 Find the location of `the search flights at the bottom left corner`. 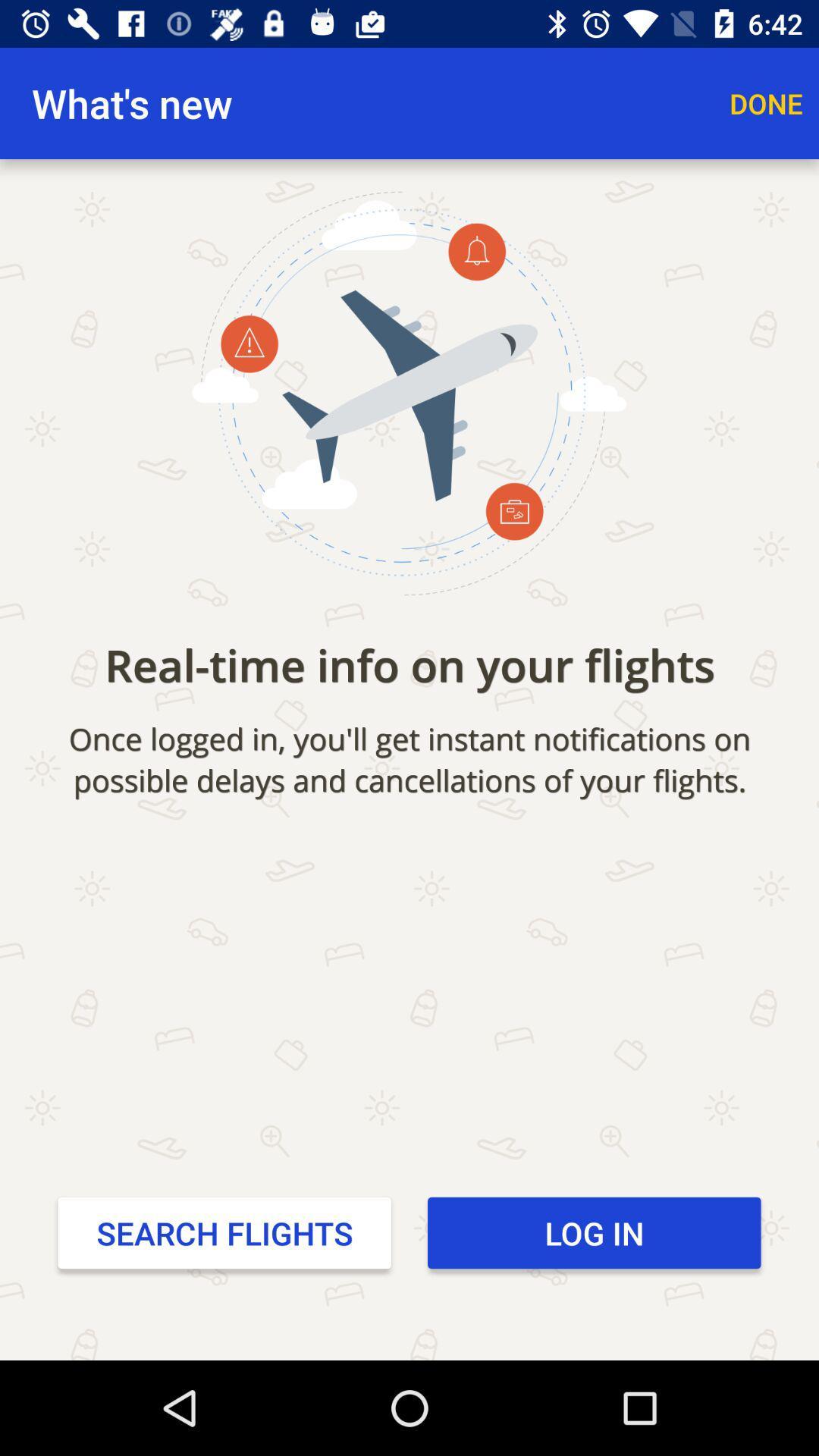

the search flights at the bottom left corner is located at coordinates (224, 1233).